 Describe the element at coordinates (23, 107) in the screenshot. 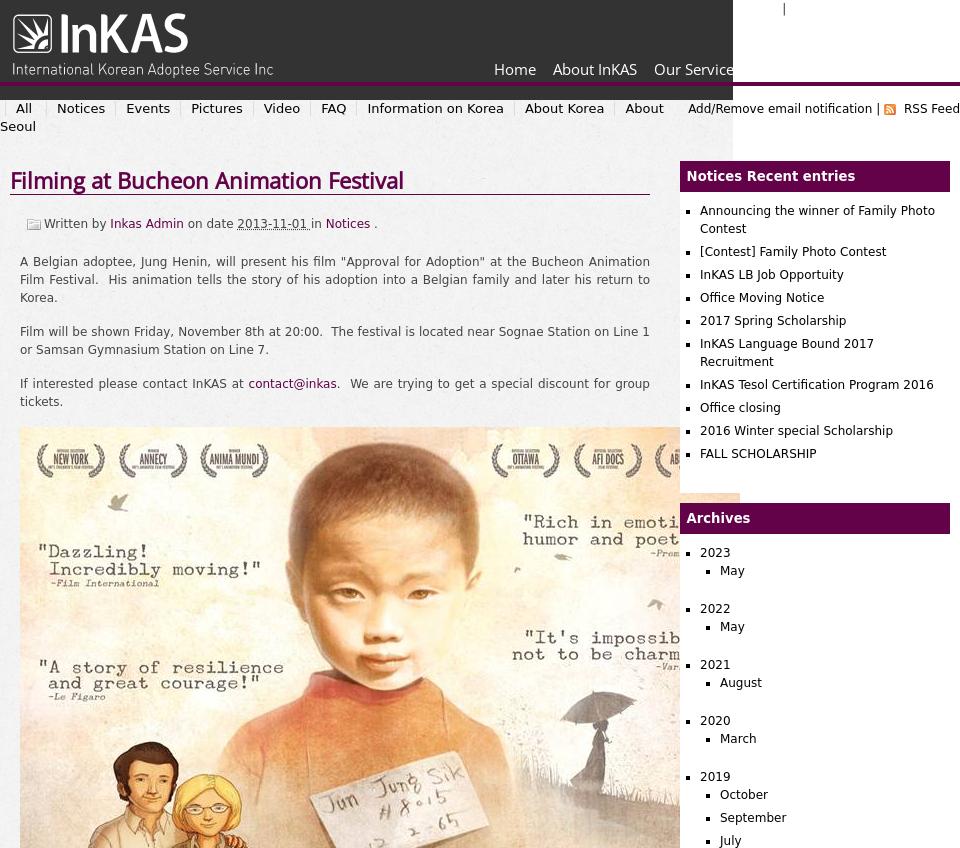

I see `'All'` at that location.